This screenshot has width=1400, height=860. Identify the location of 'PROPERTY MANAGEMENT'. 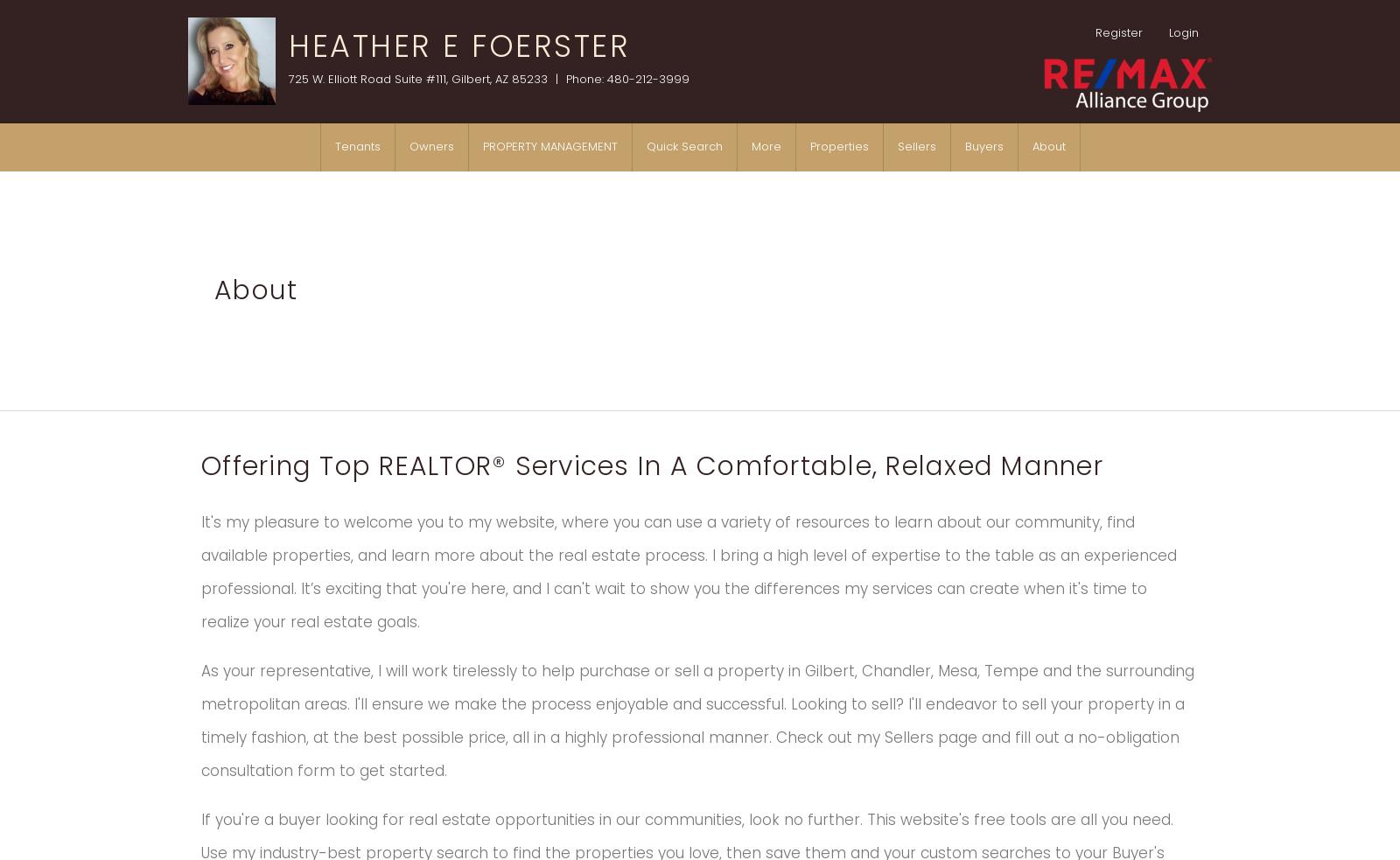
(549, 146).